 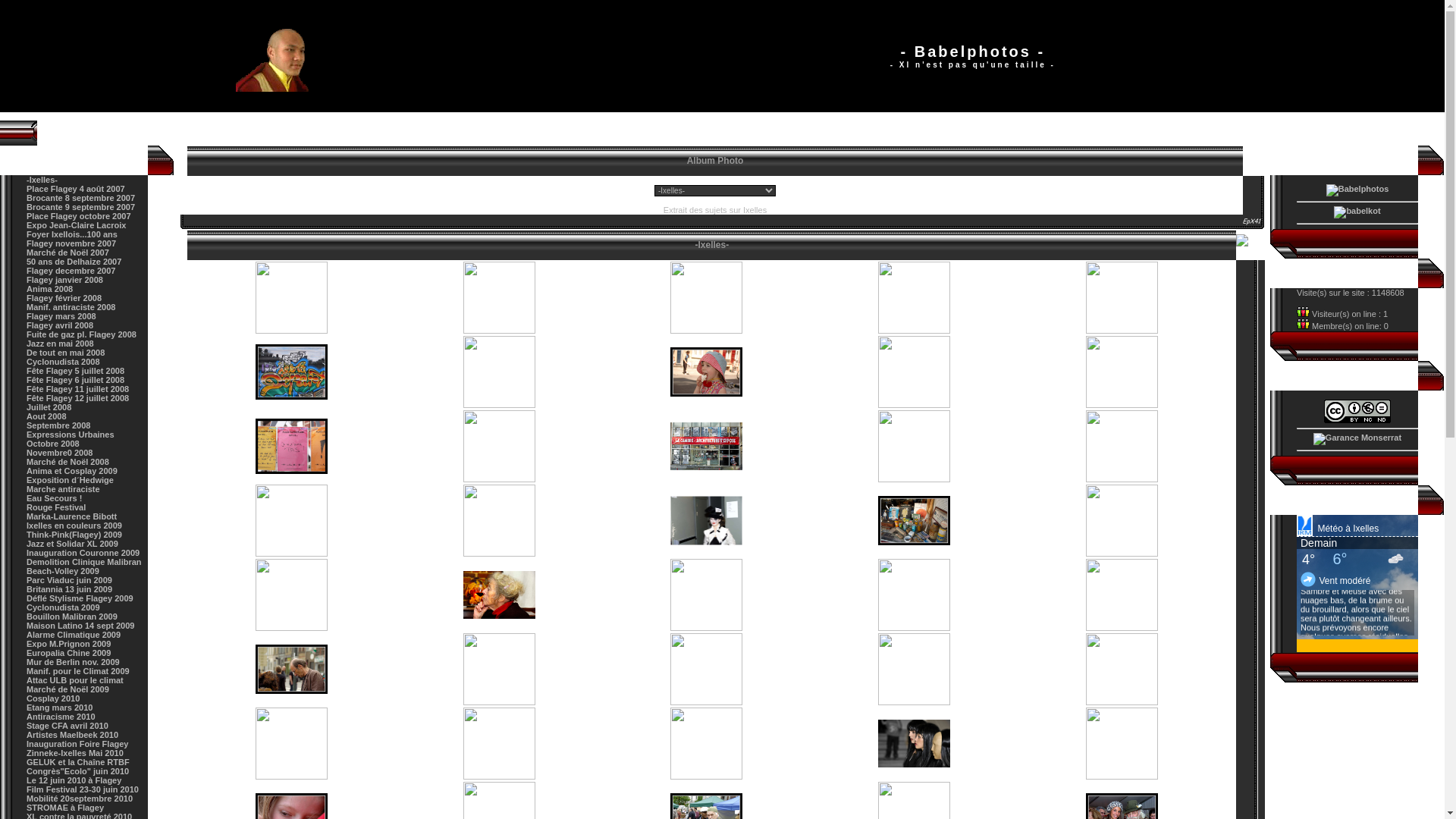 What do you see at coordinates (71, 516) in the screenshot?
I see `'Marka-Laurence Bibott'` at bounding box center [71, 516].